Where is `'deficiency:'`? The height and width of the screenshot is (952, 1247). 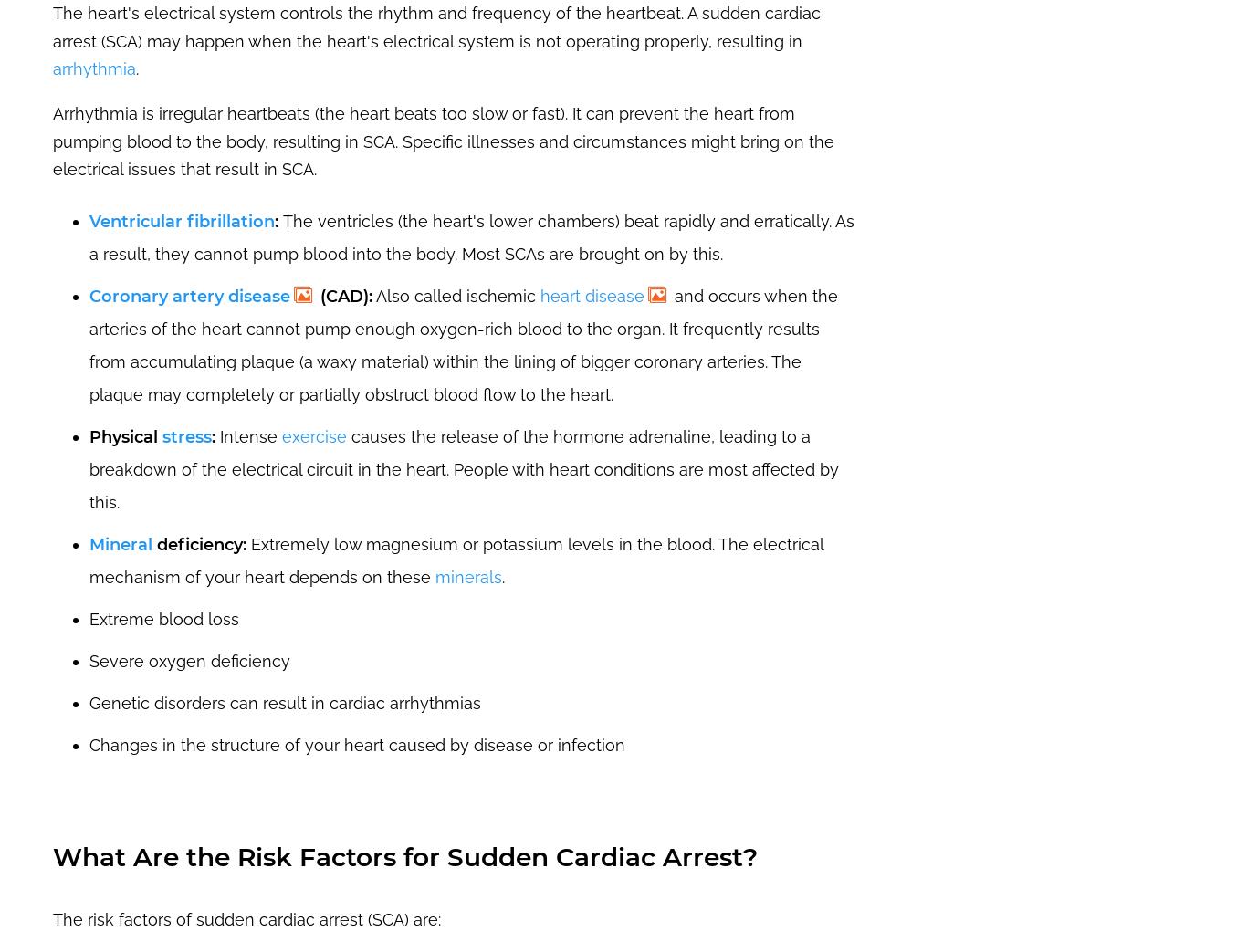 'deficiency:' is located at coordinates (198, 543).